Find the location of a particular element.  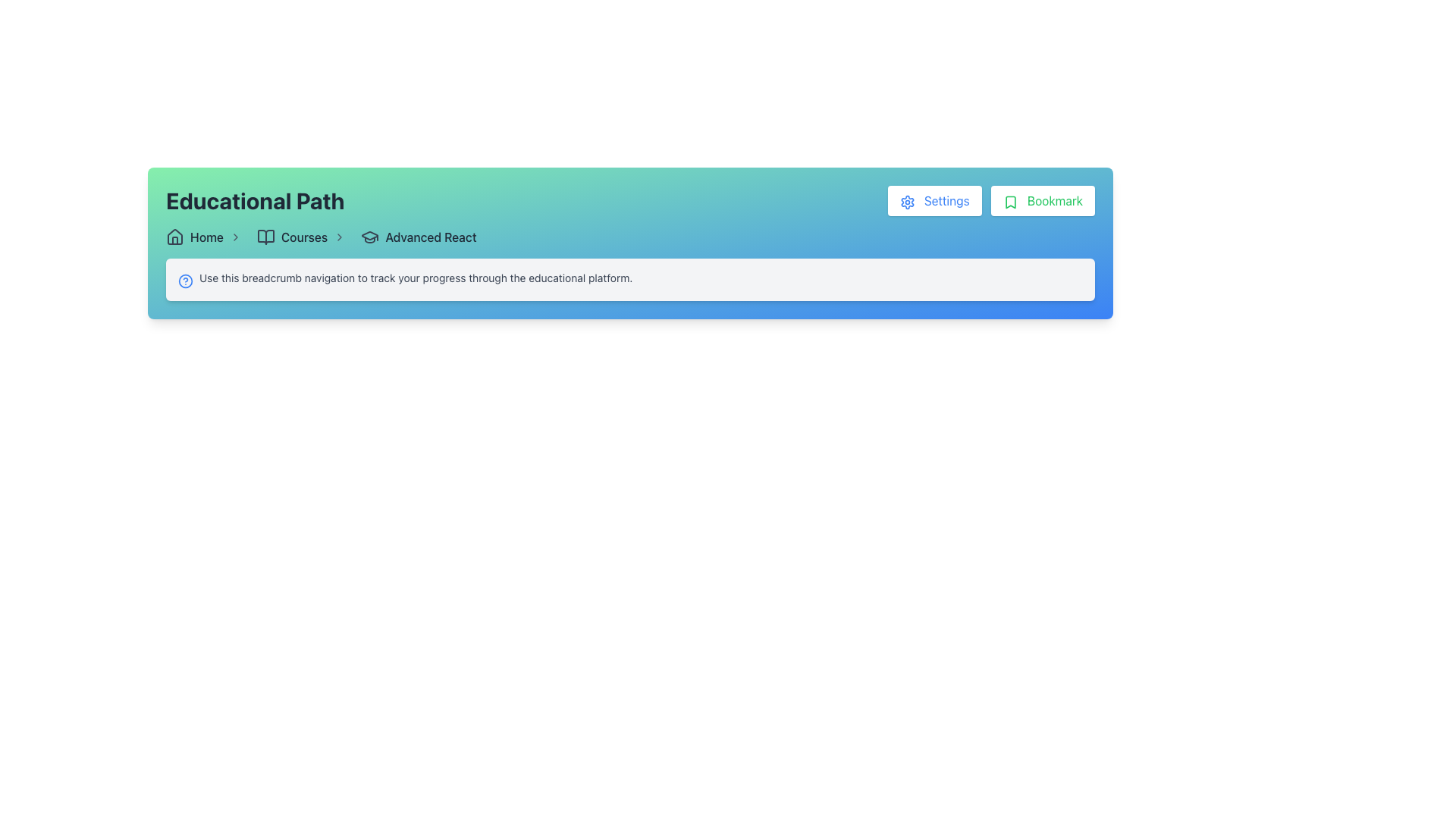

the 'Courses' segment of the breadcrumb navigation, which is the middle segment located between 'Home' and 'Advanced React' is located at coordinates (320, 237).